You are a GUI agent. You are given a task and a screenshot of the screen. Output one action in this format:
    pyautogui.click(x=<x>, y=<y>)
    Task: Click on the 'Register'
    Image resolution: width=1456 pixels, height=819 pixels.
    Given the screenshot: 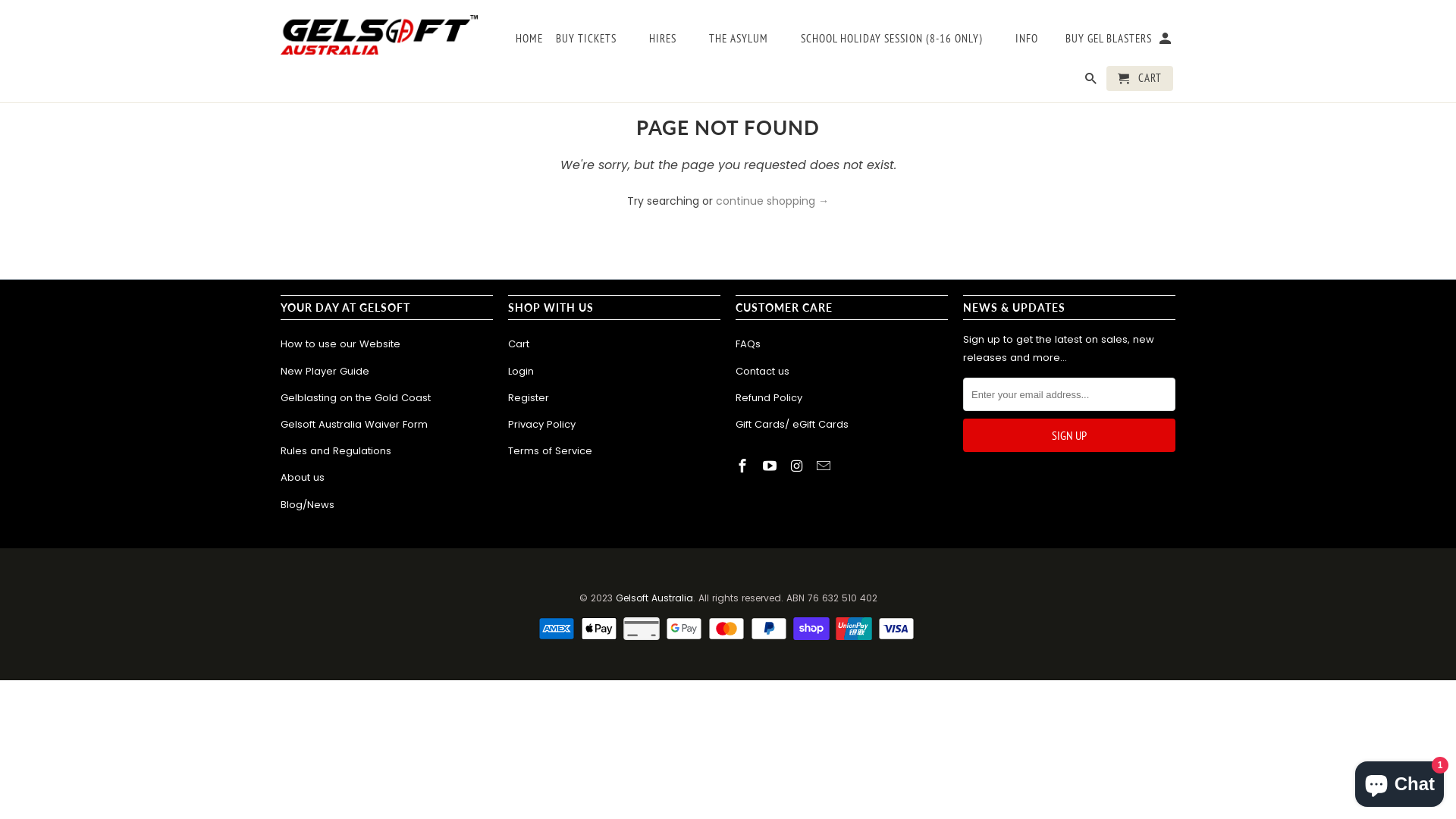 What is the action you would take?
    pyautogui.click(x=508, y=397)
    